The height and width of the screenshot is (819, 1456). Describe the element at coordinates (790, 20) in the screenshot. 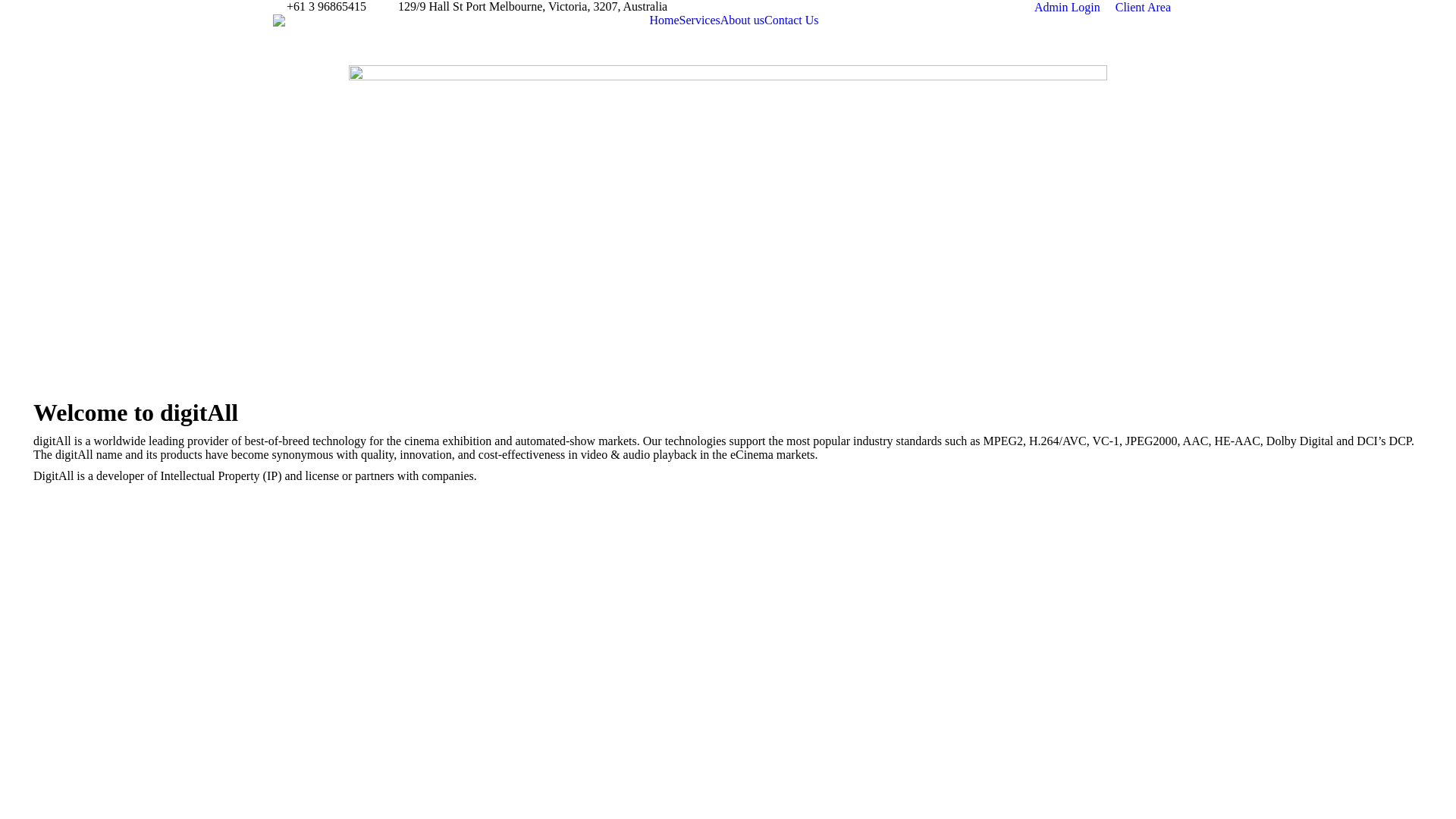

I see `'Contact Us'` at that location.